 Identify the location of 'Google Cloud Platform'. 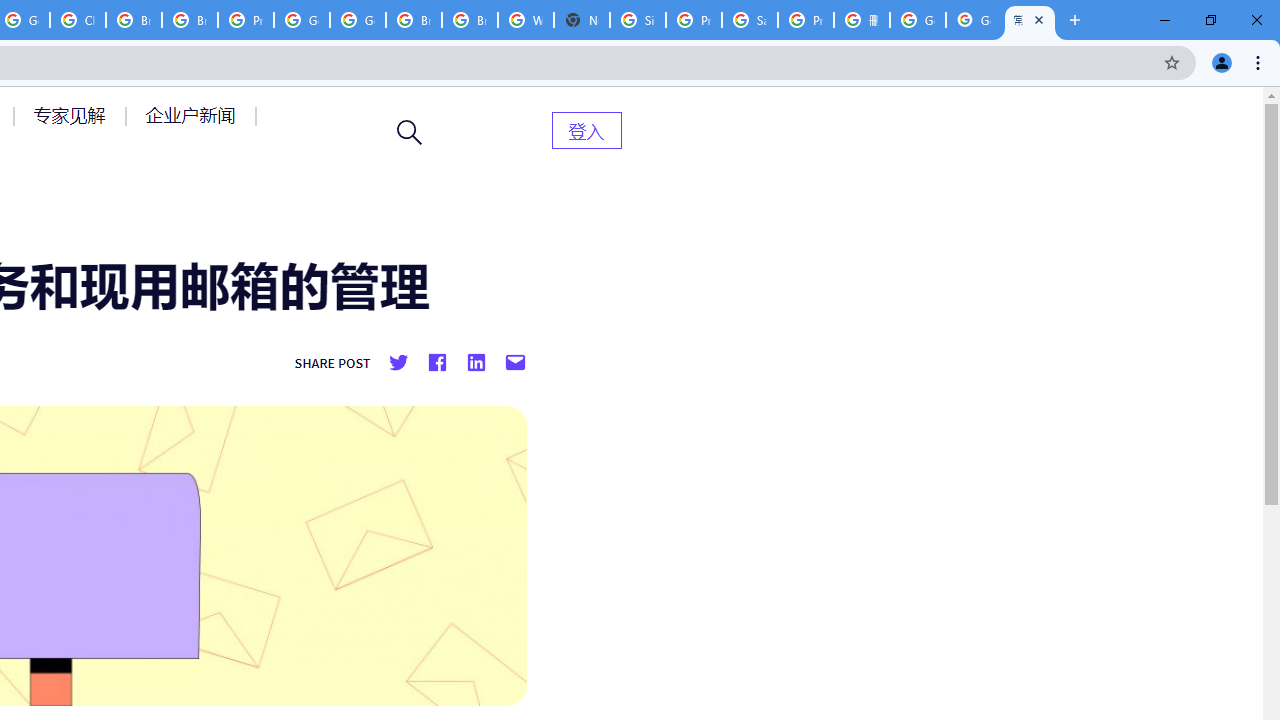
(301, 20).